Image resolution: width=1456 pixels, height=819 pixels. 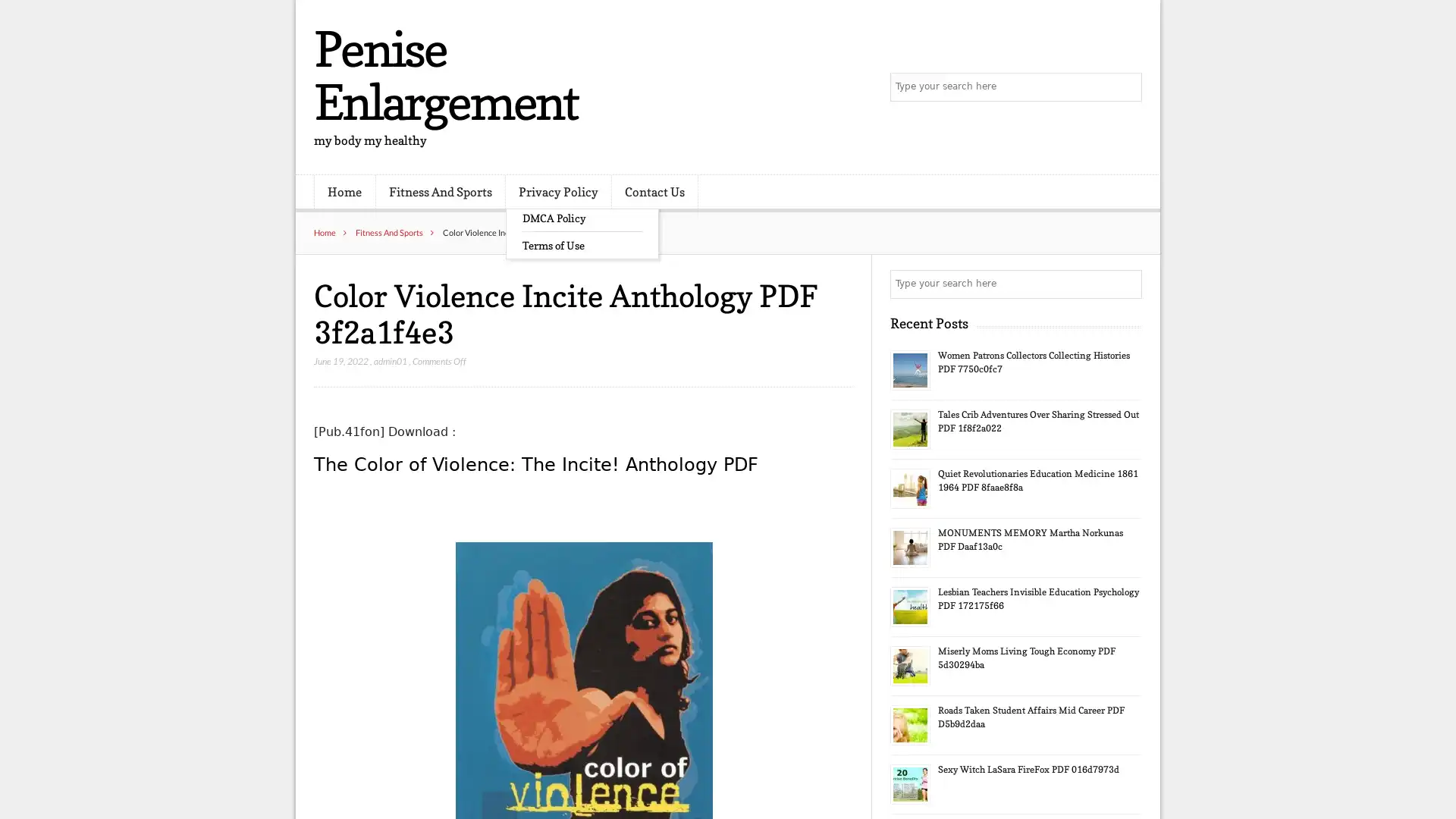 What do you see at coordinates (1126, 284) in the screenshot?
I see `Search` at bounding box center [1126, 284].